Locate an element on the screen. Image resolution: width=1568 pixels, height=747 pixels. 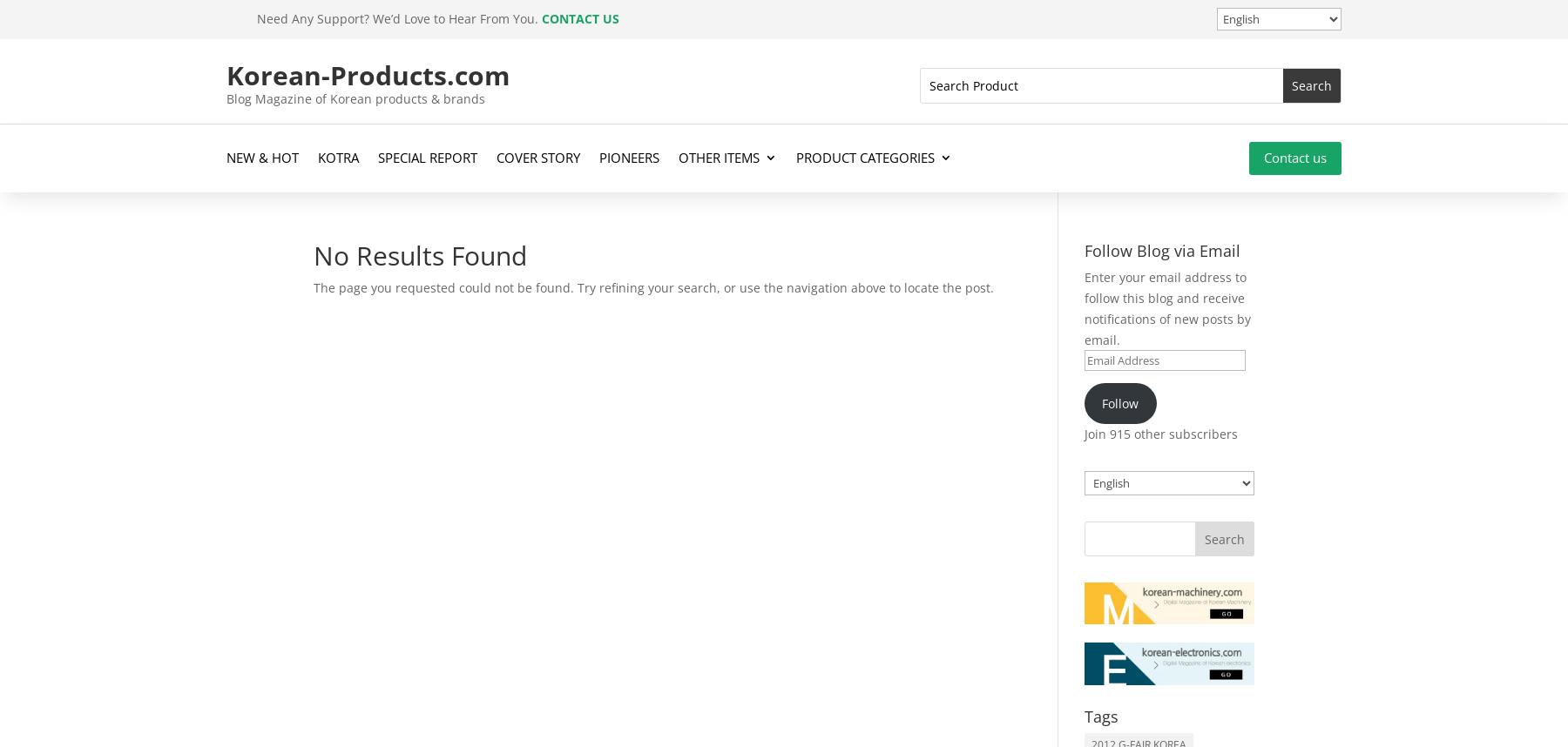
'Textile and Garment' is located at coordinates (882, 518).